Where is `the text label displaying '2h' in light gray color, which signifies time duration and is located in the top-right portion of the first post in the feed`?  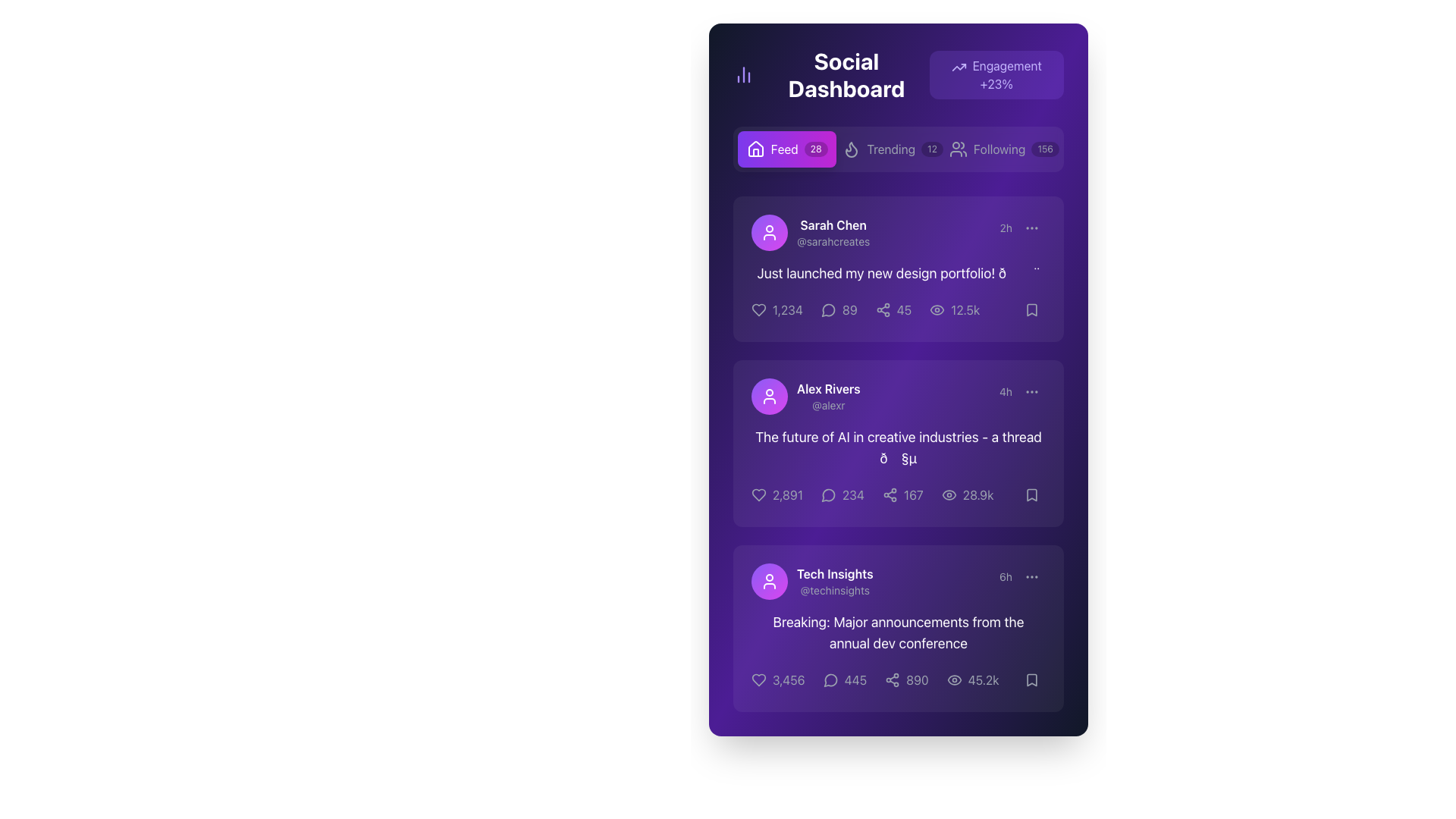
the text label displaying '2h' in light gray color, which signifies time duration and is located in the top-right portion of the first post in the feed is located at coordinates (1006, 227).